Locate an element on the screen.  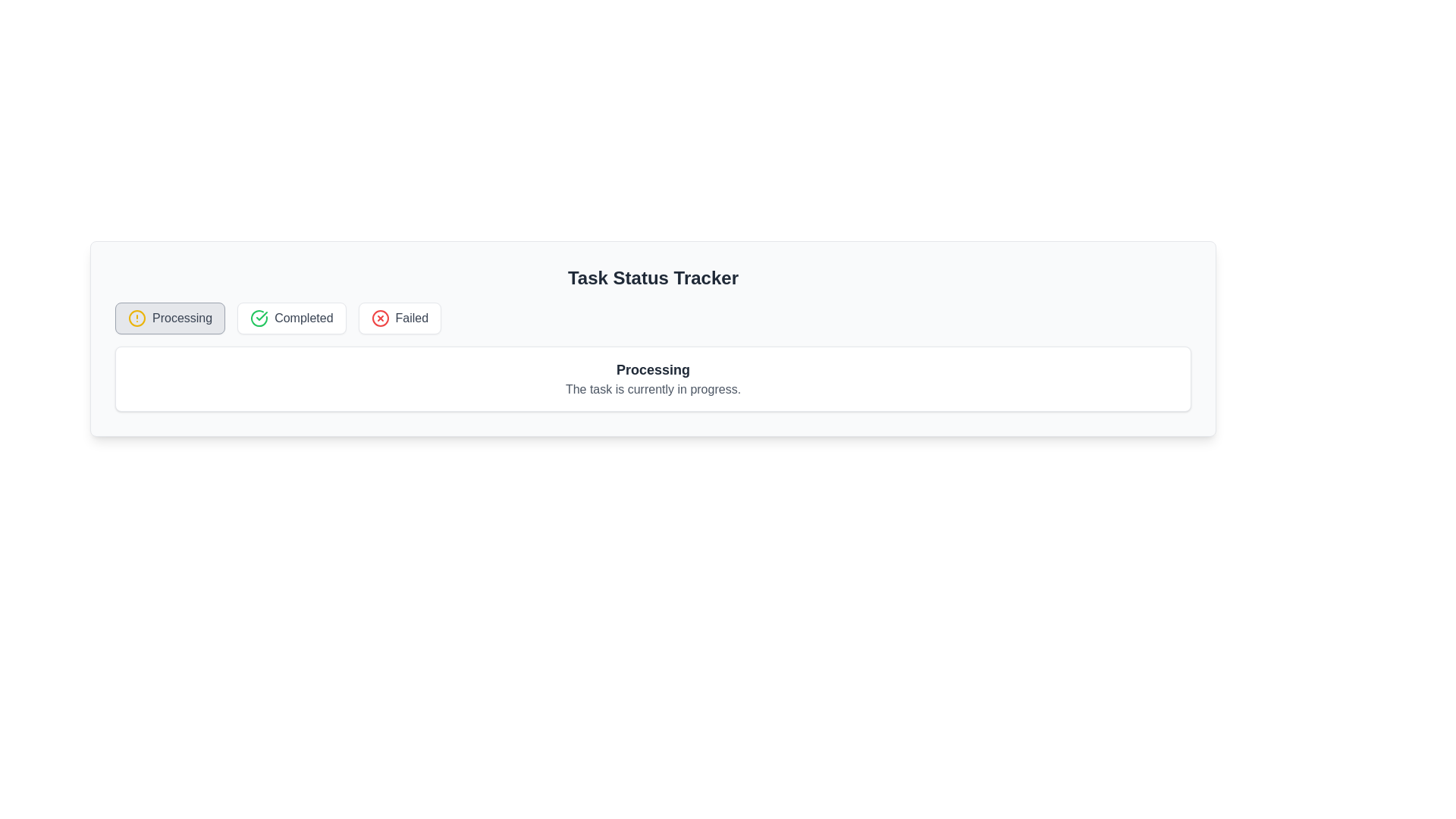
the circular icon with a yellow outline and warning symbol inside, located within the 'Processing' button on the leftmost side of the status indicator bar is located at coordinates (137, 318).